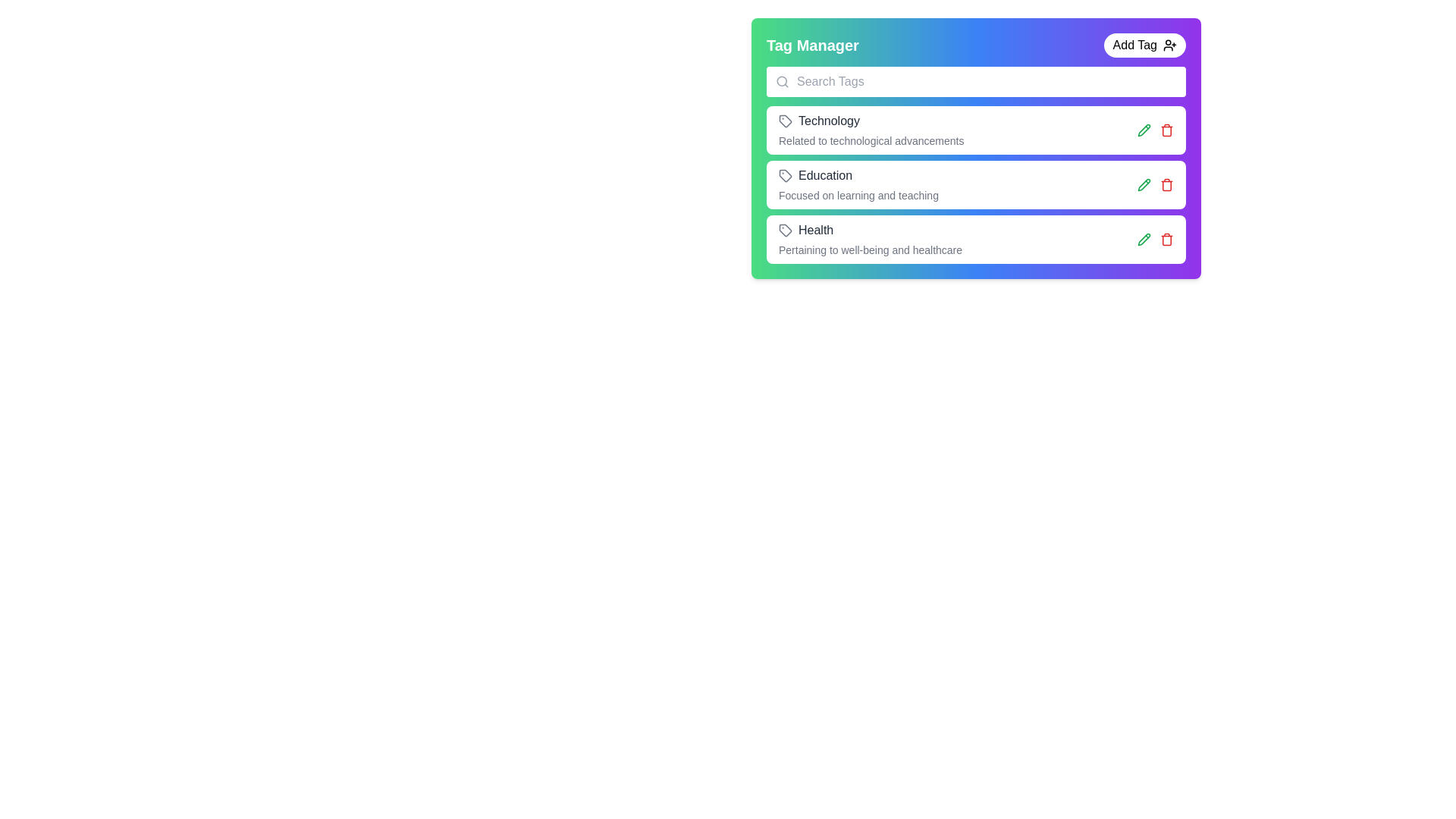  What do you see at coordinates (871, 140) in the screenshot?
I see `the static informational text reading 'Related to technological advancements', which is styled in small, gray-colored font and located beneath the word 'Technology'` at bounding box center [871, 140].